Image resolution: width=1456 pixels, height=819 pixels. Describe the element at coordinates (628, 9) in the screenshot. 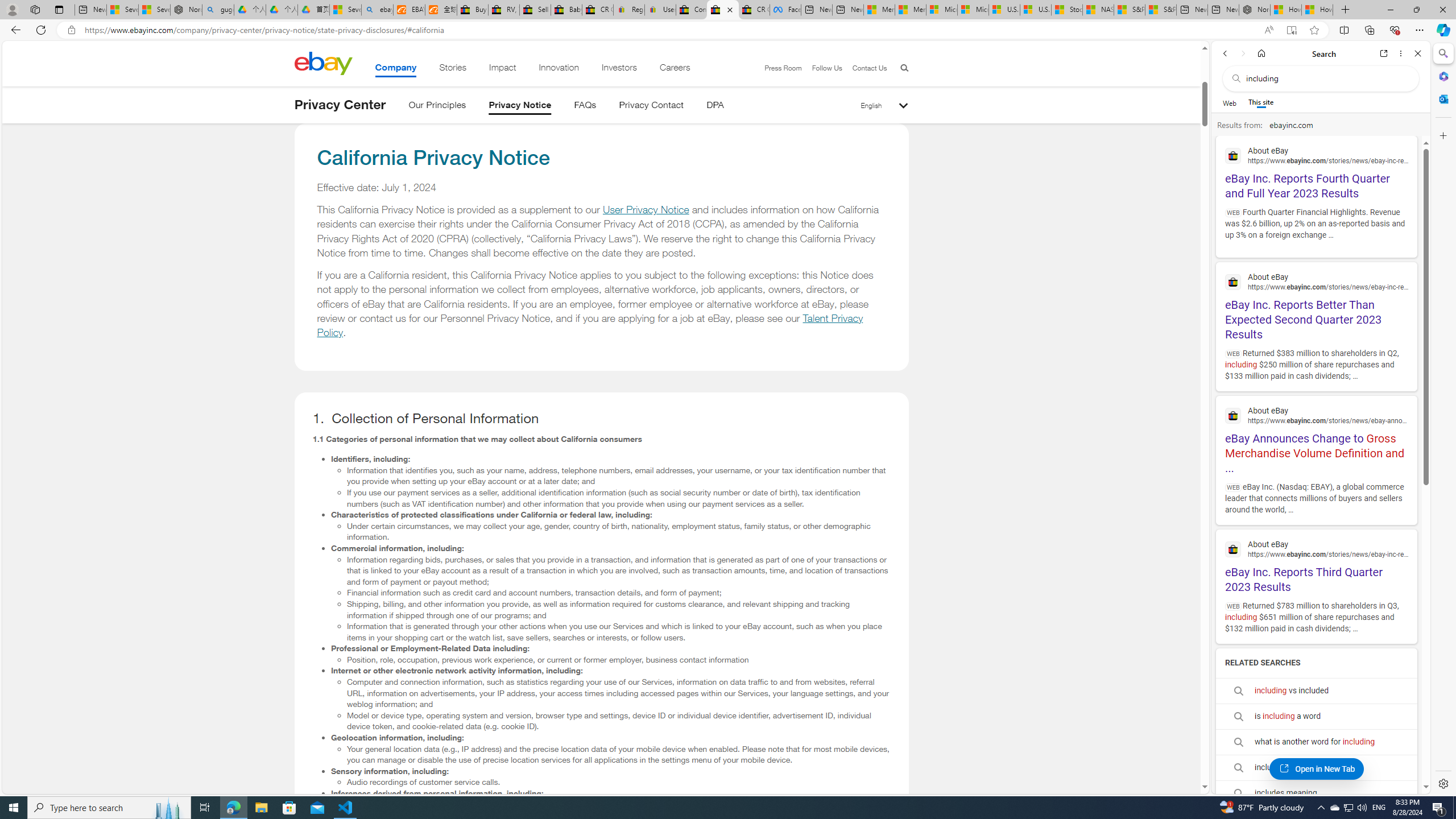

I see `'Register: Create a personal eBay account'` at that location.